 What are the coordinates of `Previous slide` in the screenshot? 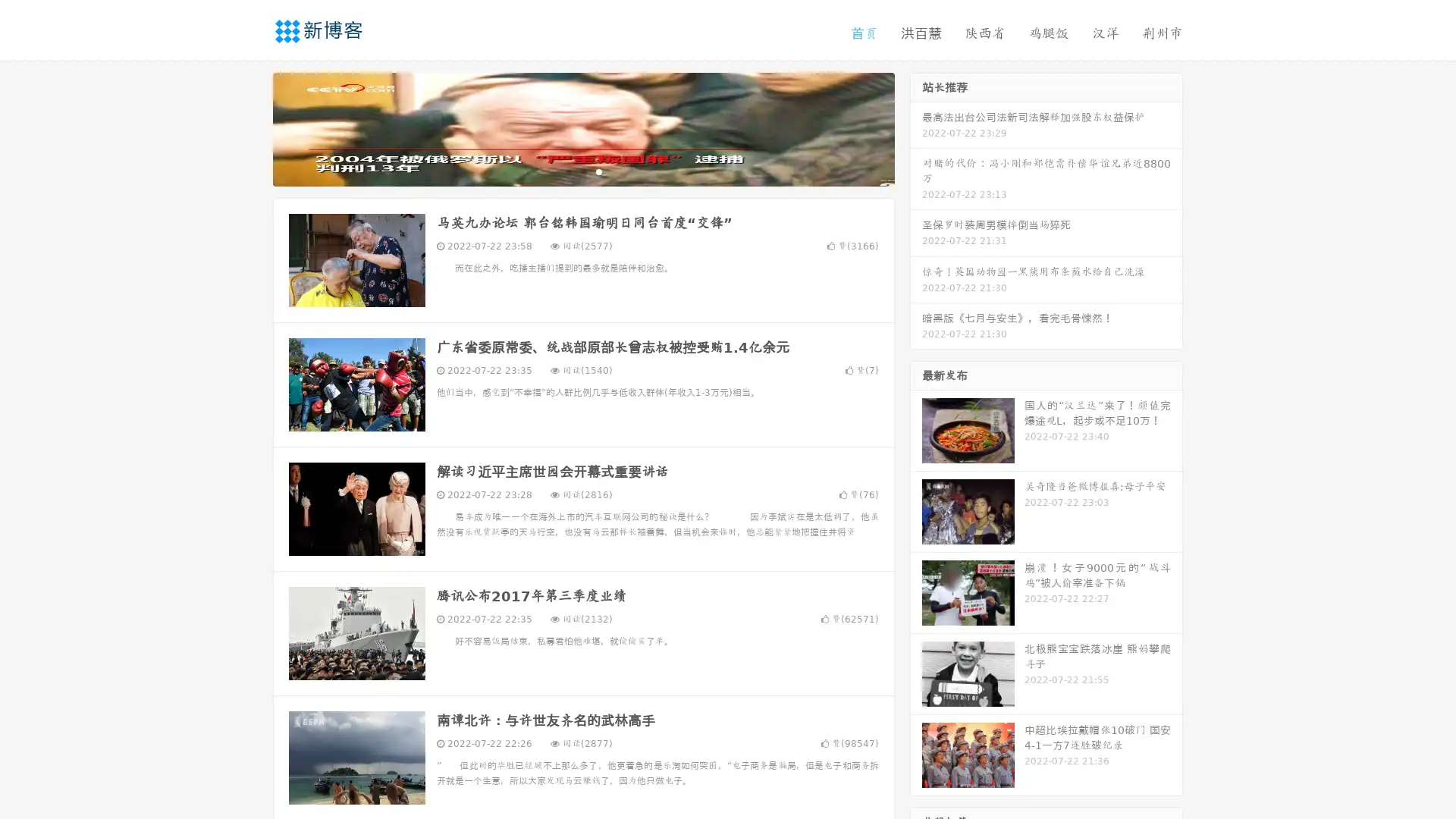 It's located at (250, 127).